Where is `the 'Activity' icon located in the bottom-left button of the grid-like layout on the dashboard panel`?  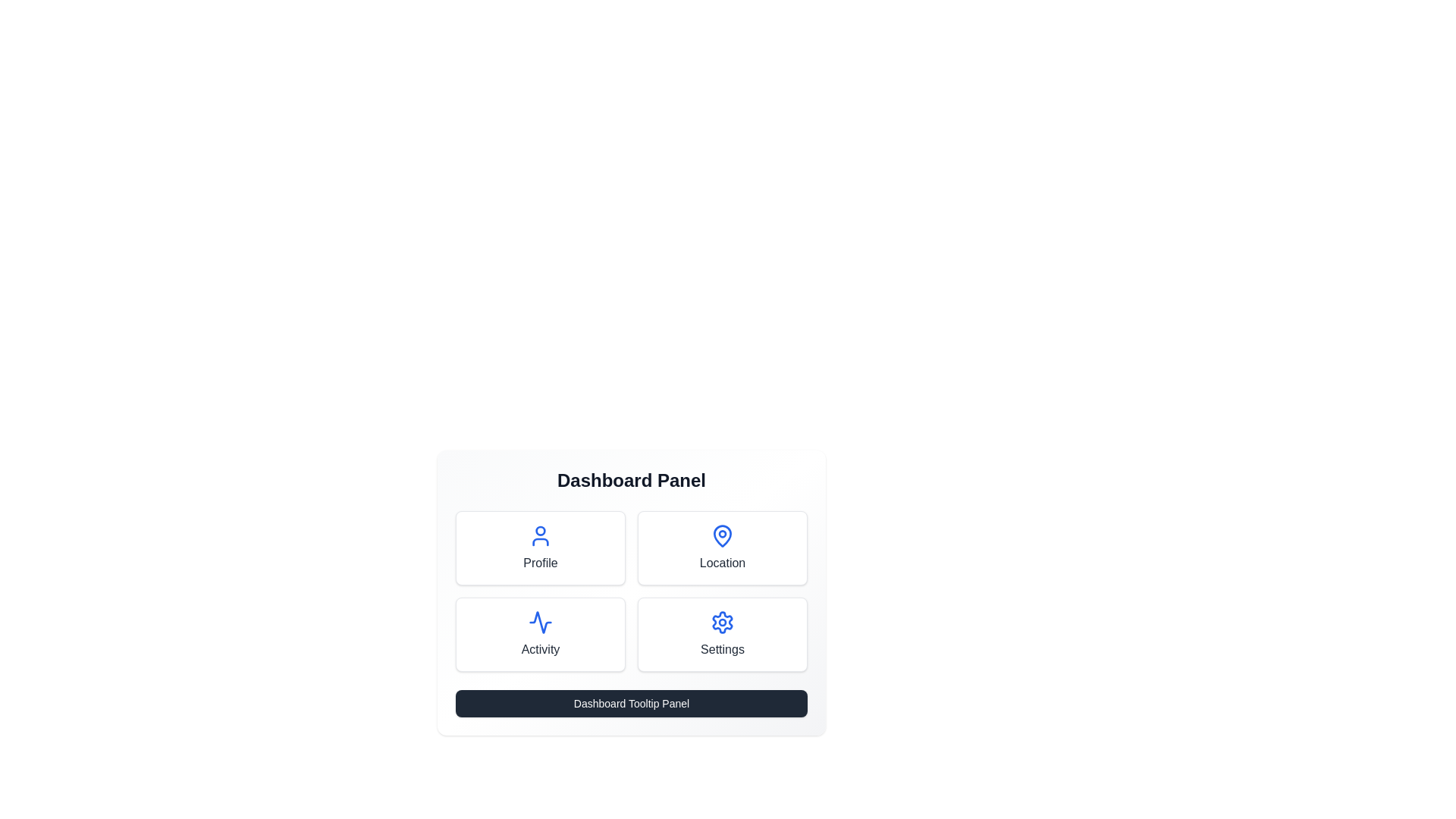
the 'Activity' icon located in the bottom-left button of the grid-like layout on the dashboard panel is located at coordinates (541, 623).